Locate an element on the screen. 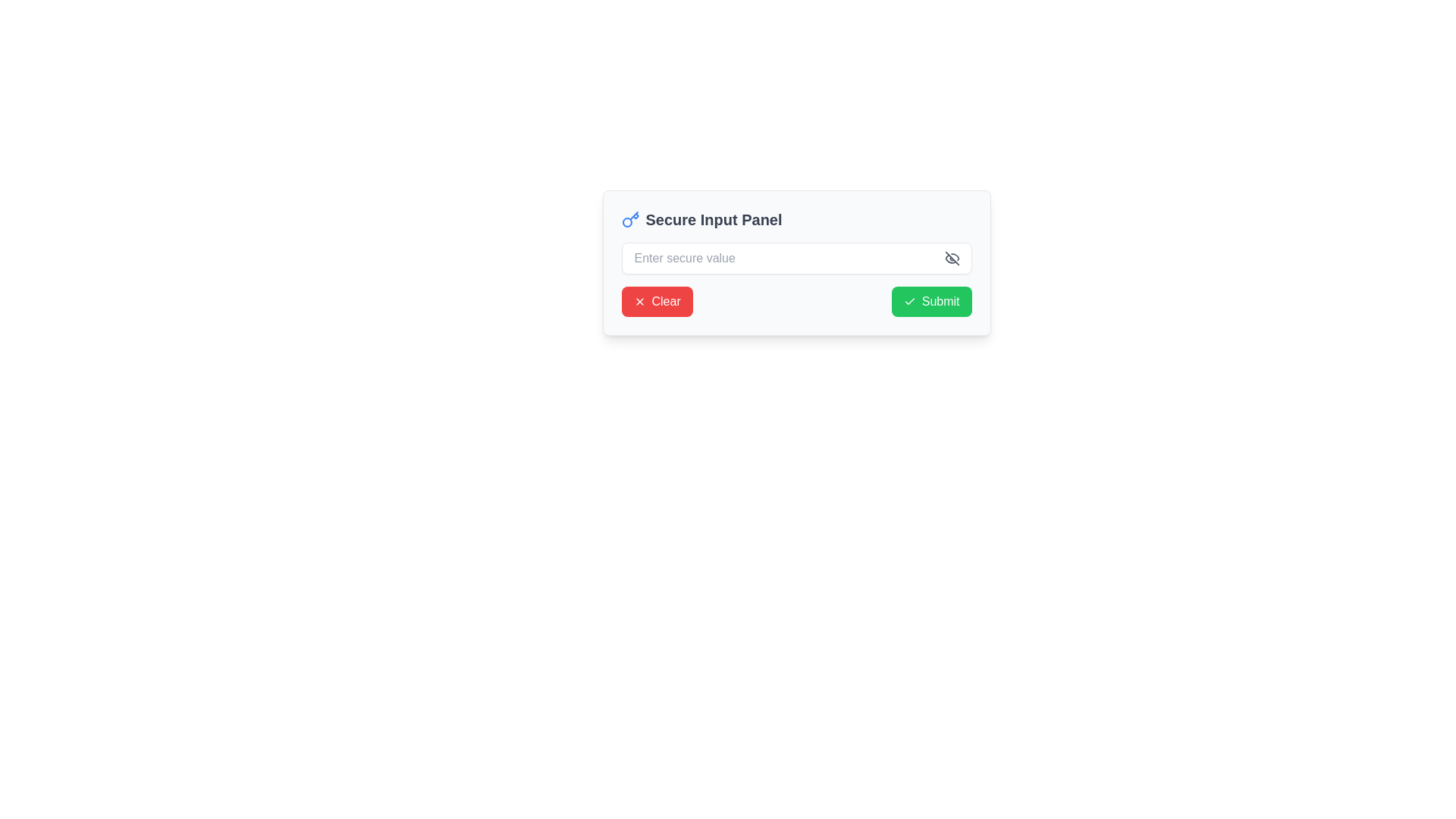  the 'X' icon located on the left side of the 'Clear' button within the 'Secure Input Panel' interface is located at coordinates (639, 301).